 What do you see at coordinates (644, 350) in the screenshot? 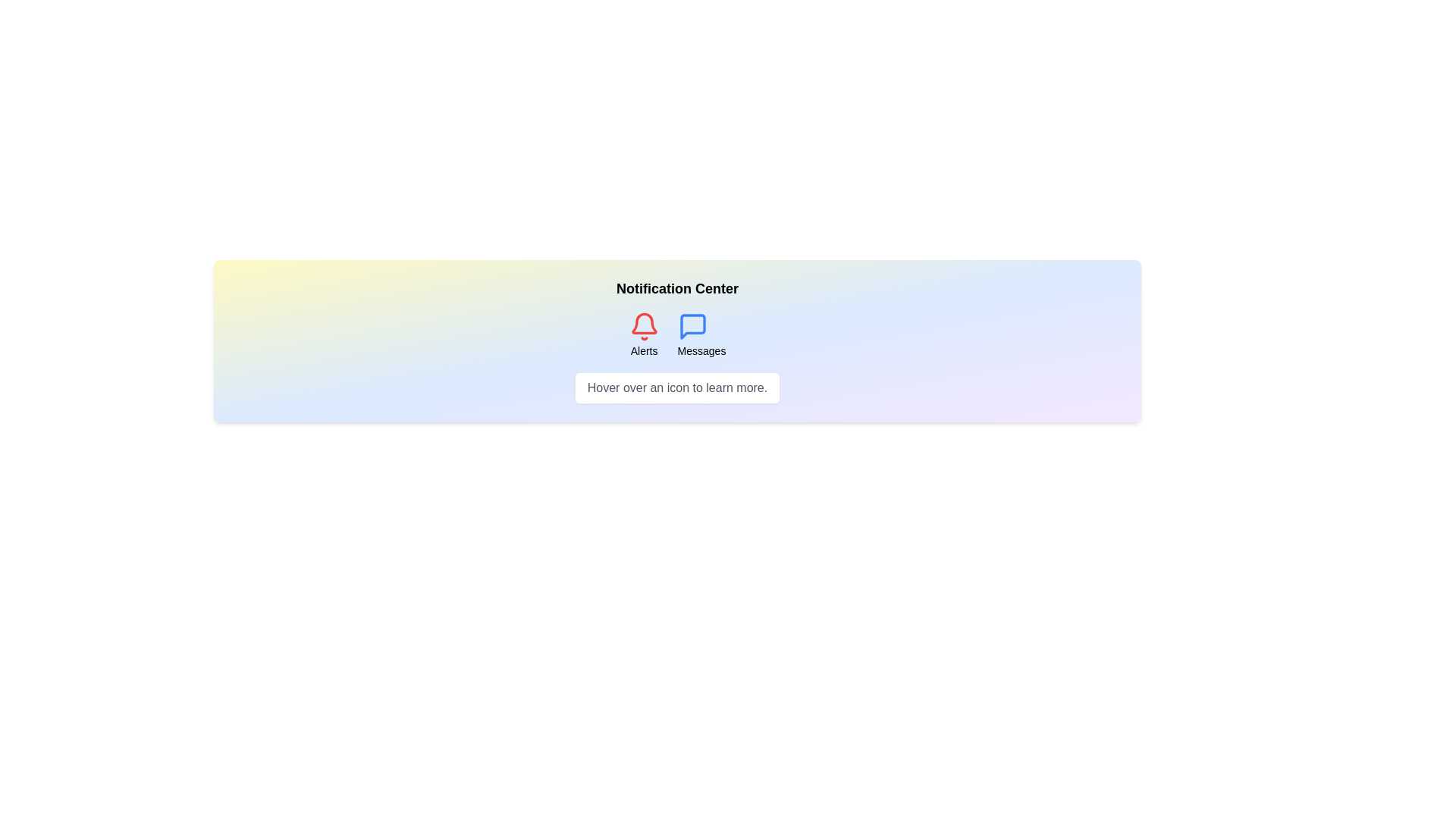
I see `the text label displaying 'Alerts', which is positioned directly beneath a red bell icon` at bounding box center [644, 350].